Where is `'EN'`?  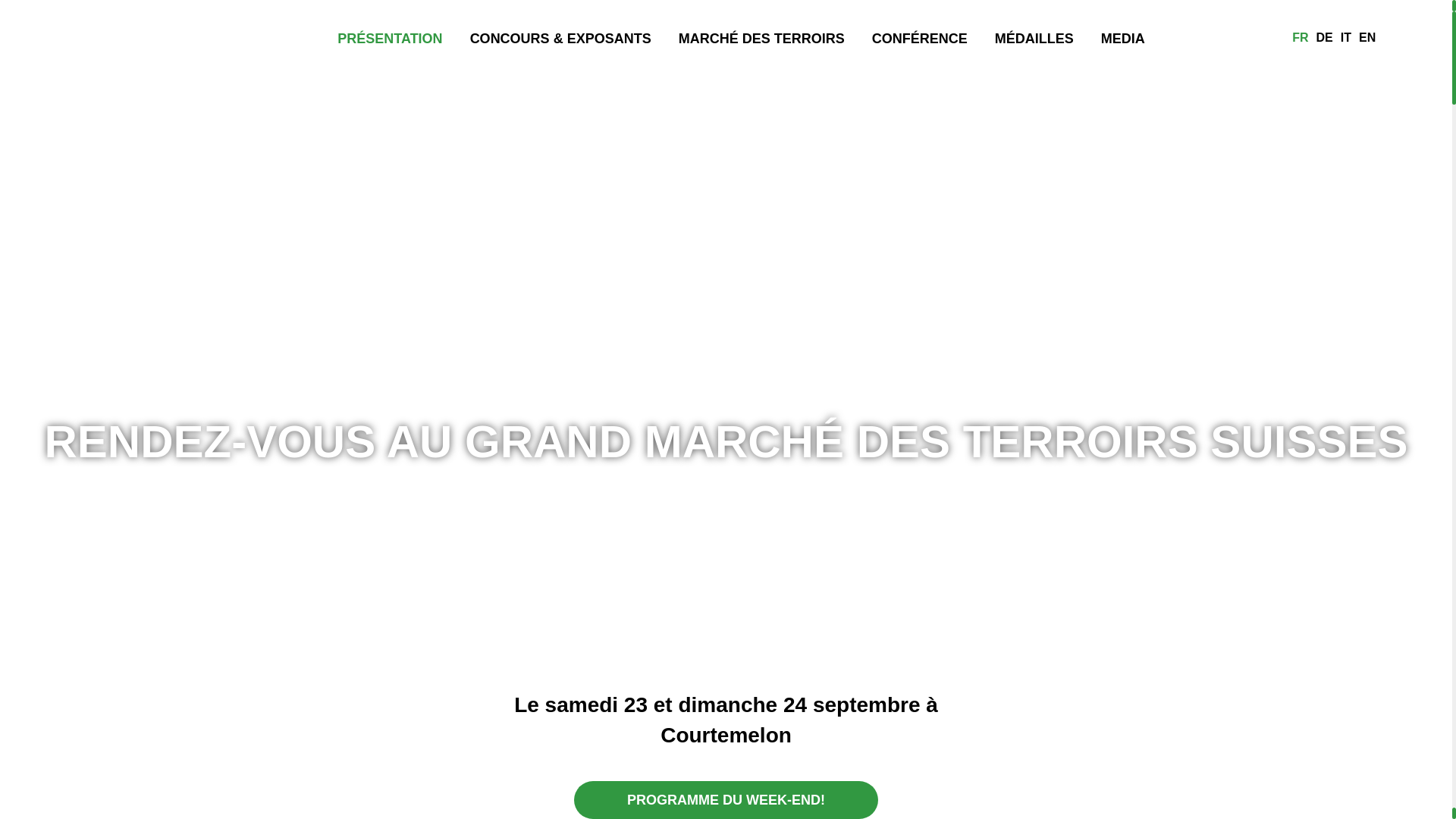 'EN' is located at coordinates (1354, 37).